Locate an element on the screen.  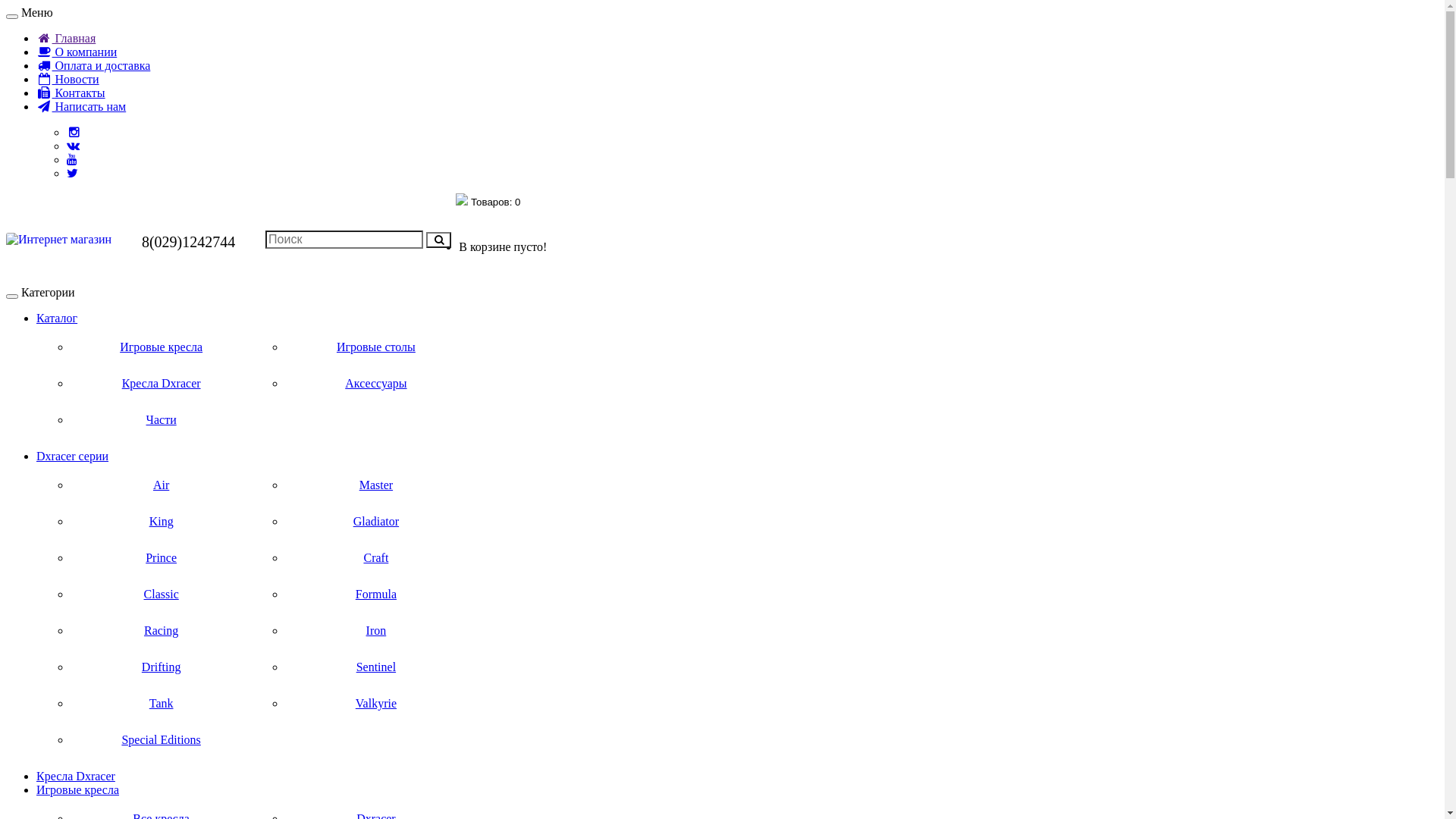
'Valkyrie' is located at coordinates (375, 704).